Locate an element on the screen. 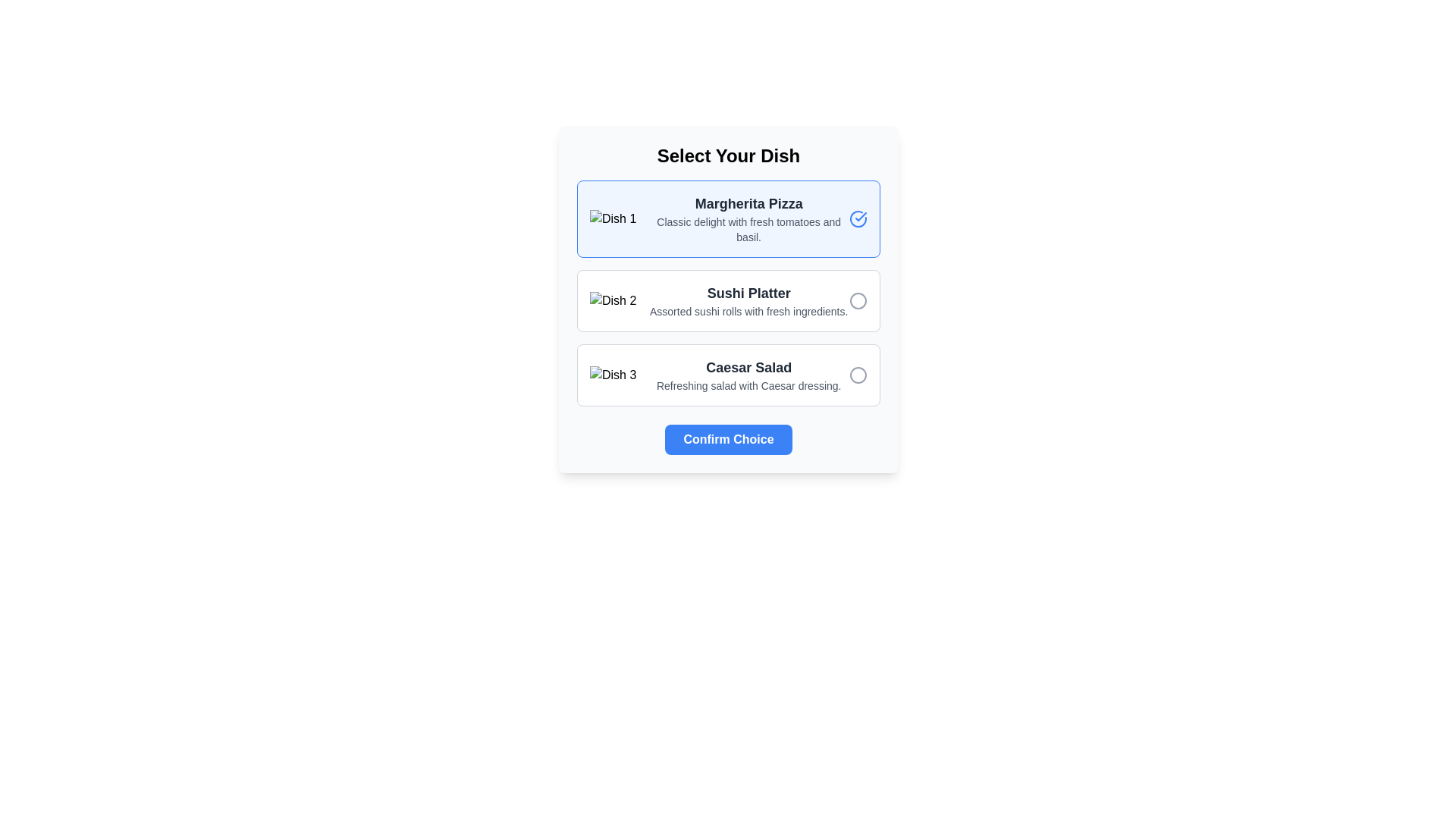  the selection status of the Circular check mark icon indicating the current selection for 'Margherita Pizza' is located at coordinates (858, 219).